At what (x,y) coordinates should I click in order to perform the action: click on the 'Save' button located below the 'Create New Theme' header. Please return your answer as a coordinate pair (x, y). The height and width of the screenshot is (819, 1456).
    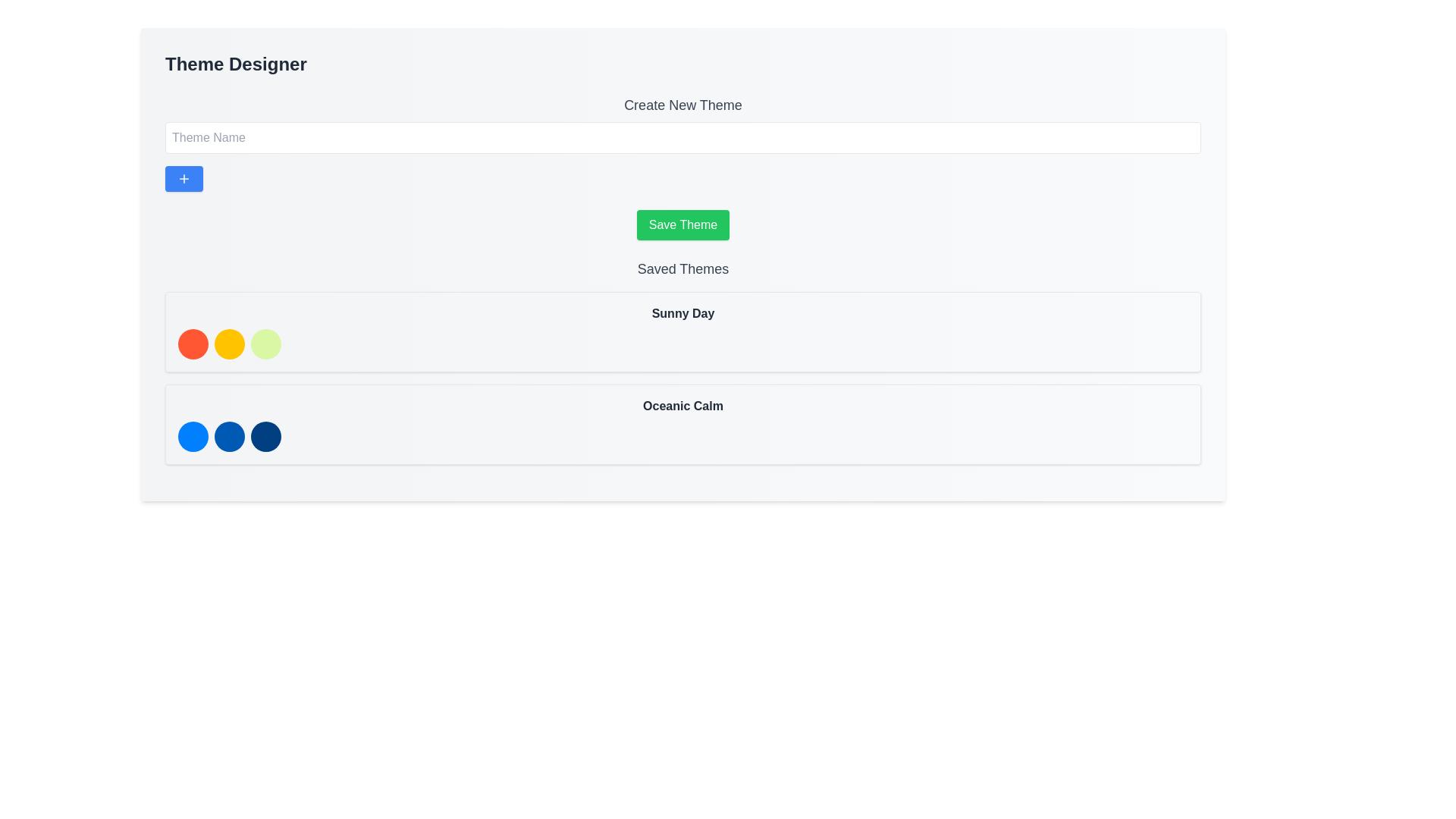
    Looking at the image, I should click on (682, 225).